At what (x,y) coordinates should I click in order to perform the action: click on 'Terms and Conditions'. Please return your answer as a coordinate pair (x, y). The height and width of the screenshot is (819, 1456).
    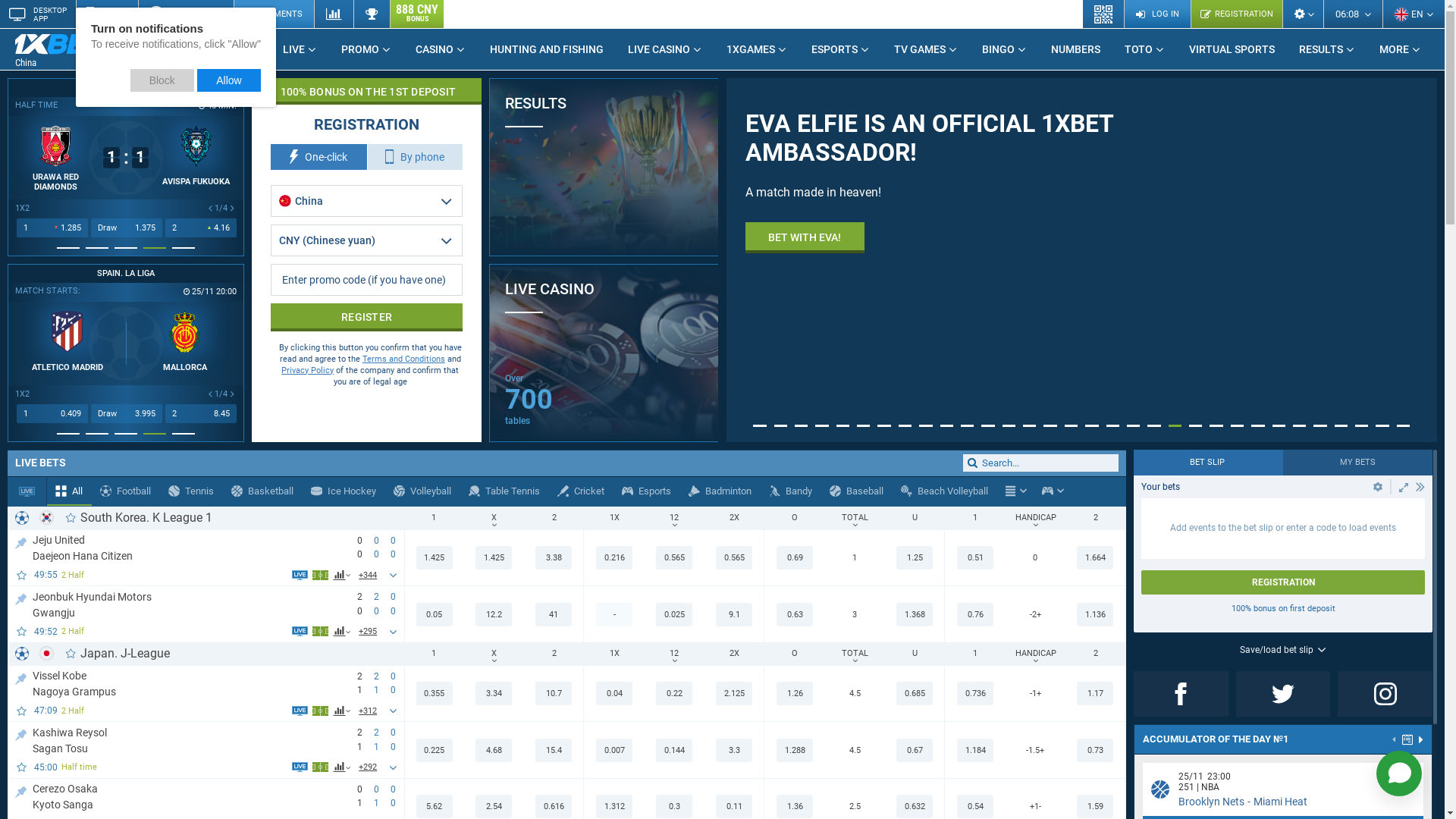
    Looking at the image, I should click on (362, 359).